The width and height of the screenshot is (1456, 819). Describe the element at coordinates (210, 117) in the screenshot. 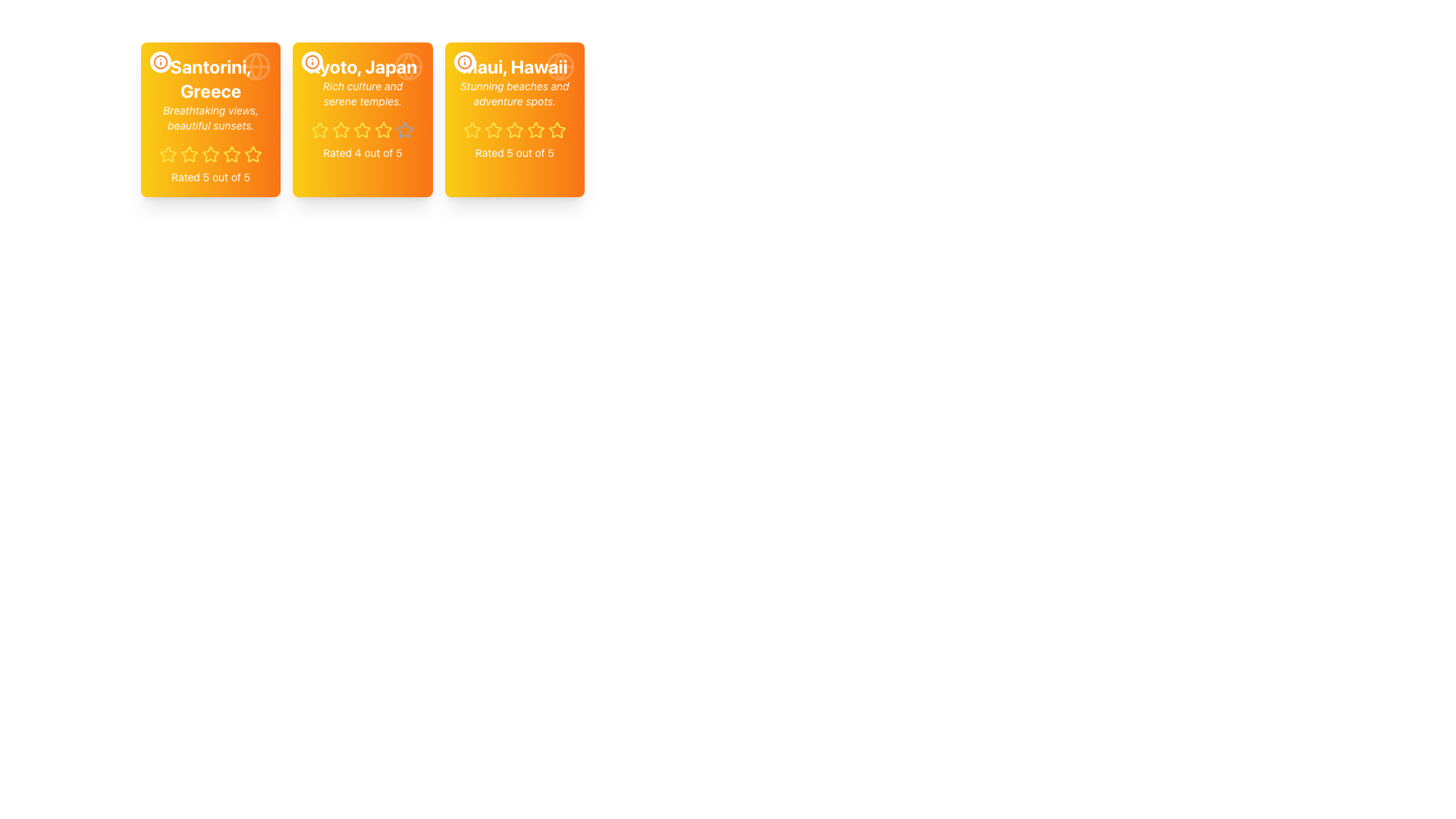

I see `the italicized text label that reads 'Breathtaking views, beautiful sunsets', which is located beneath the title 'Santorini, Greece' in the leftmost card of a horizontally aligned card layout` at that location.